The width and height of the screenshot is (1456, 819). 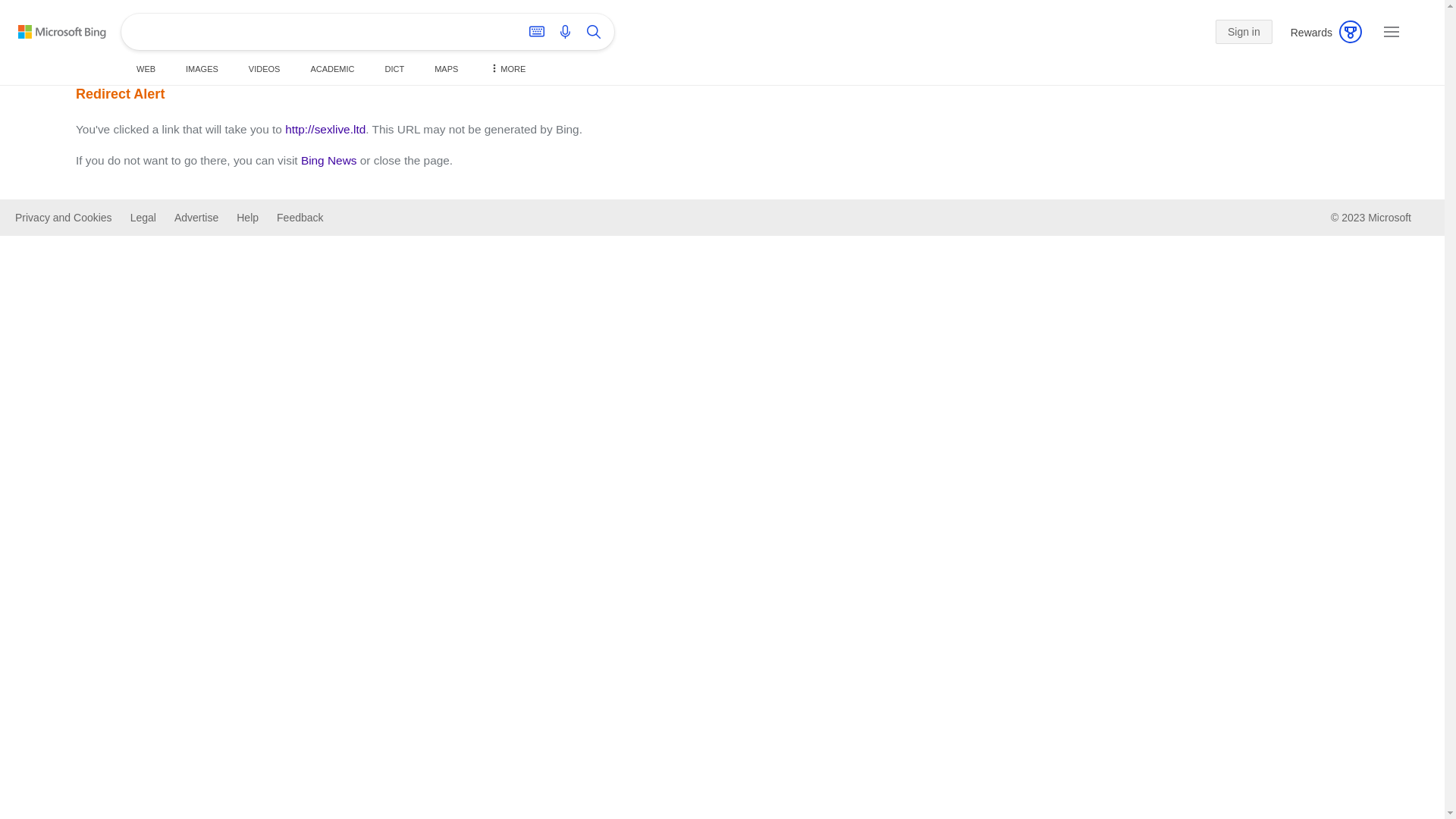 I want to click on 'Back to Bing search', so click(x=18, y=32).